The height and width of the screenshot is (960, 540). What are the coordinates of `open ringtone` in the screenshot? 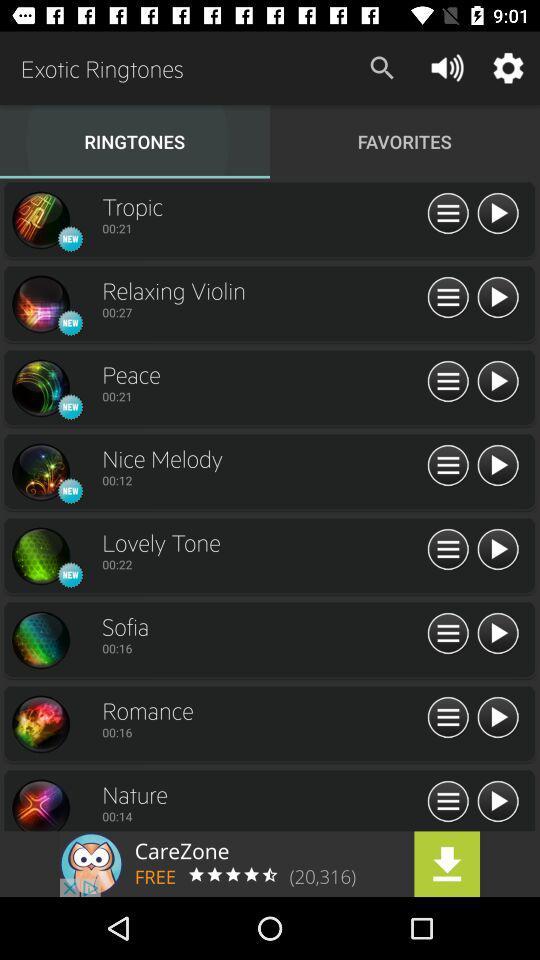 It's located at (40, 804).